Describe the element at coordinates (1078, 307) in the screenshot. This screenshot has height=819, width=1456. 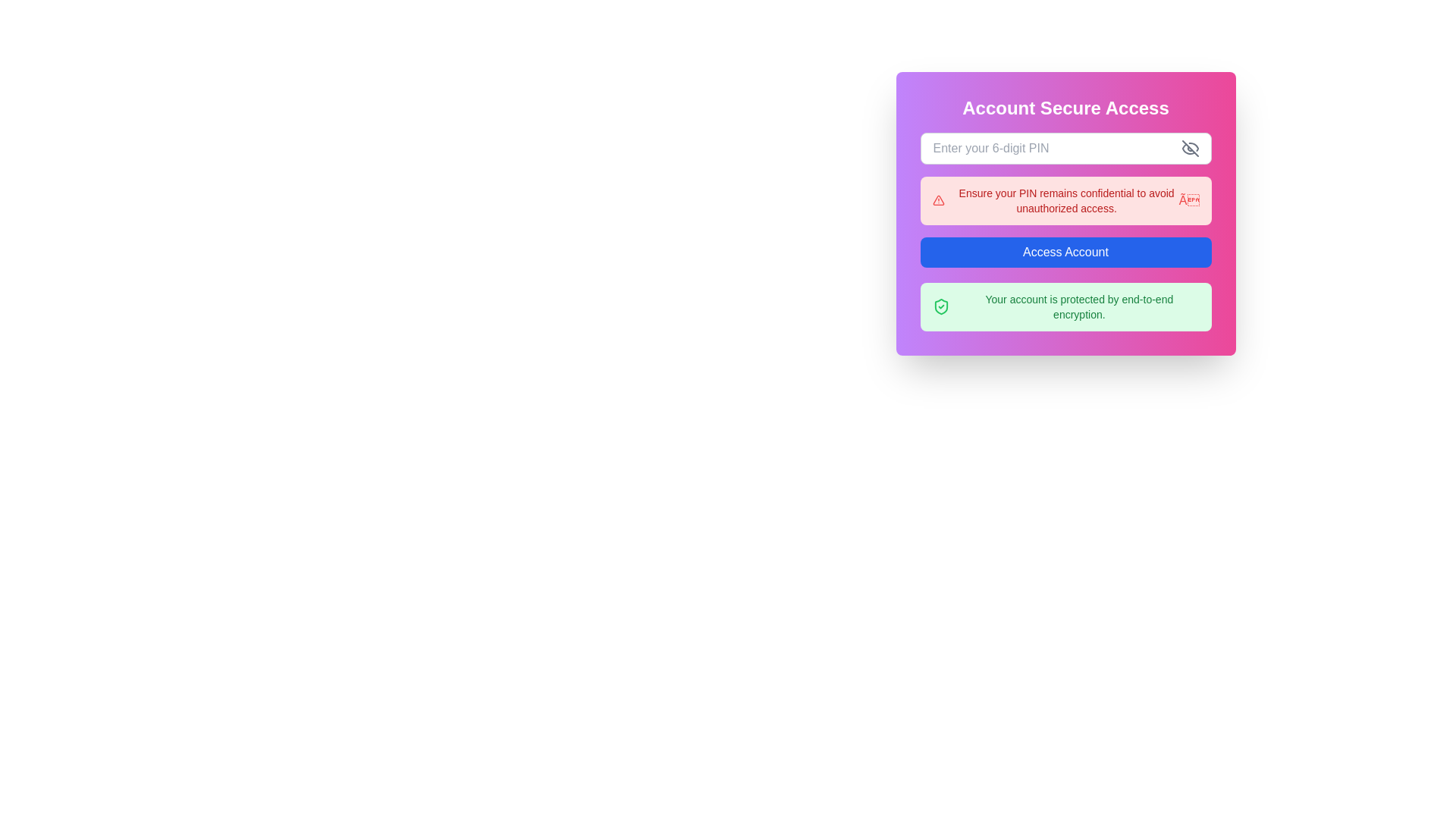
I see `the text label that states 'Your account is protected by end-to-end encryption.' which is located at the bottom of the card component, right below the 'Access Account' button` at that location.